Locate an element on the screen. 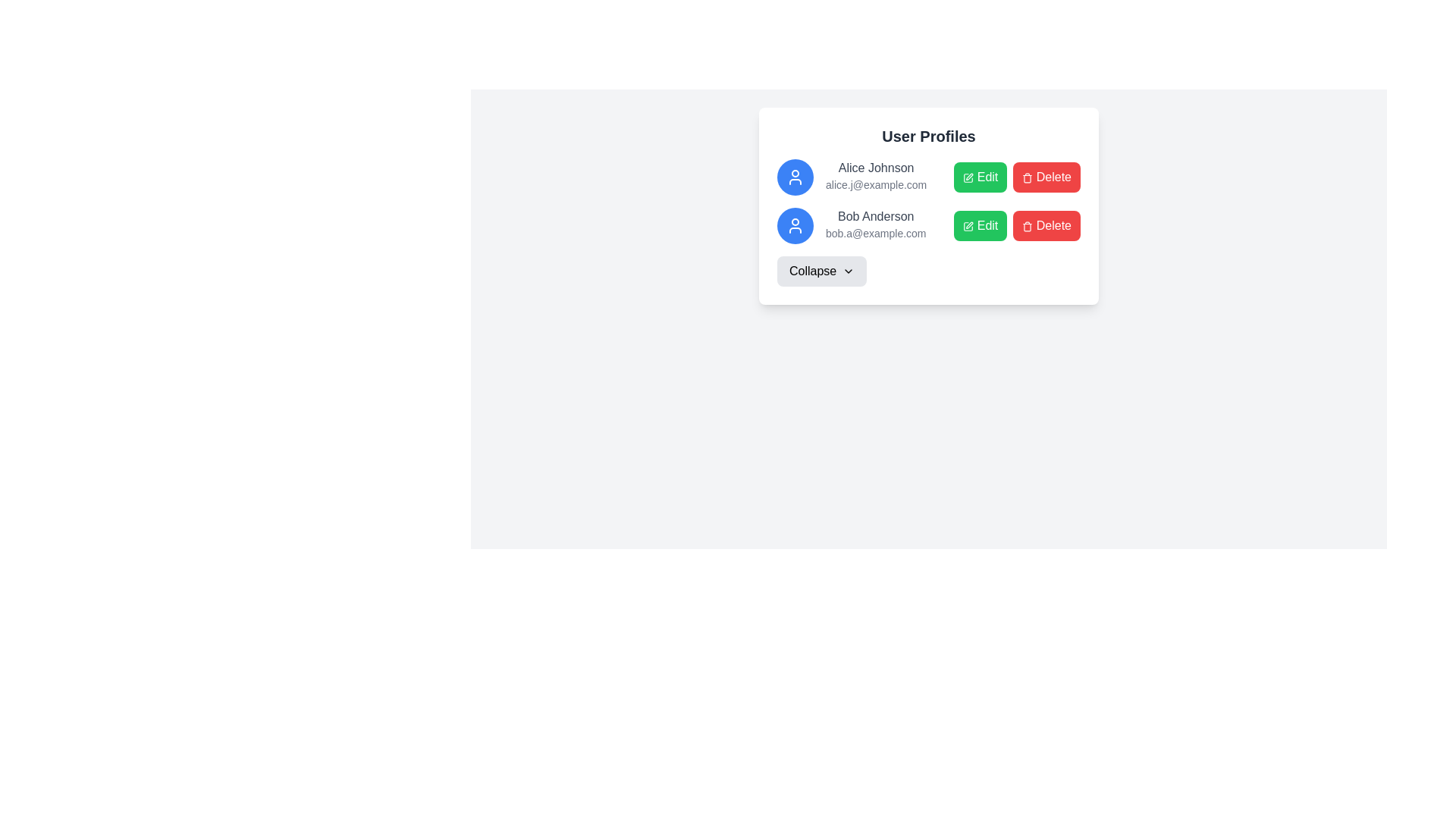 The width and height of the screenshot is (1456, 819). the Circular profile icon representing the user 'Alice Johnson', which is located at the top of the vertical list of profiles is located at coordinates (795, 177).